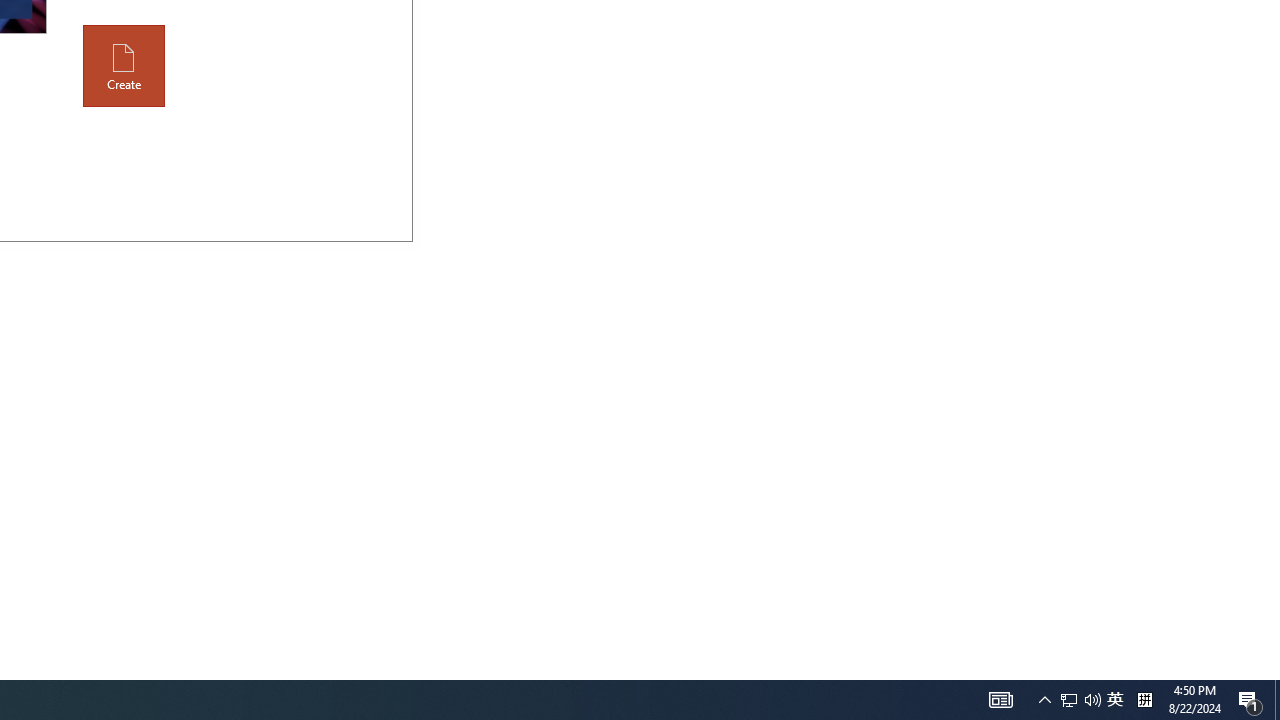 The image size is (1280, 720). What do you see at coordinates (123, 65) in the screenshot?
I see `'Create'` at bounding box center [123, 65].